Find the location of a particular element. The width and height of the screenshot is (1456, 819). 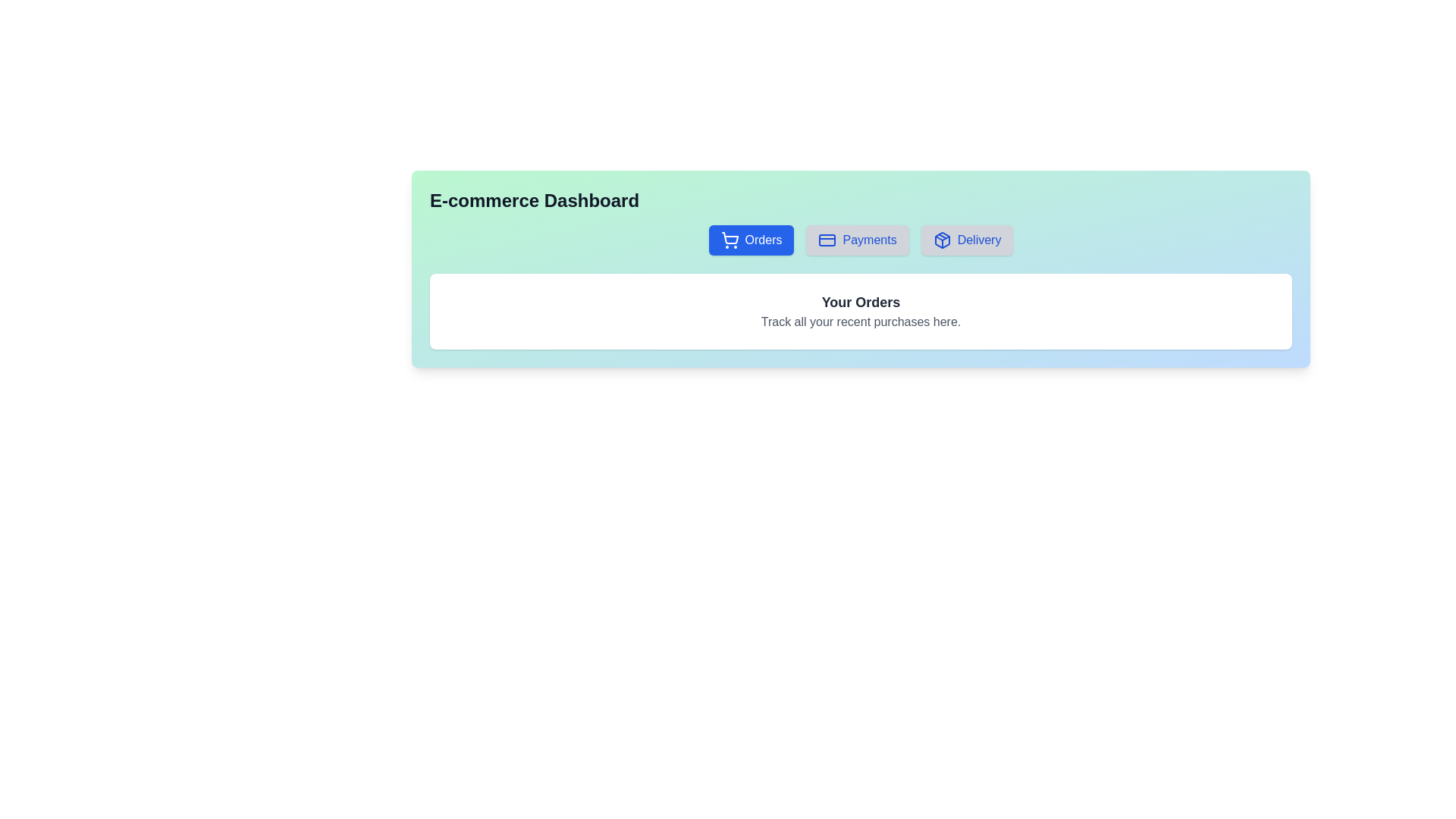

the shopping cart icon representing the 'Orders' button in the header area of the interface is located at coordinates (730, 238).